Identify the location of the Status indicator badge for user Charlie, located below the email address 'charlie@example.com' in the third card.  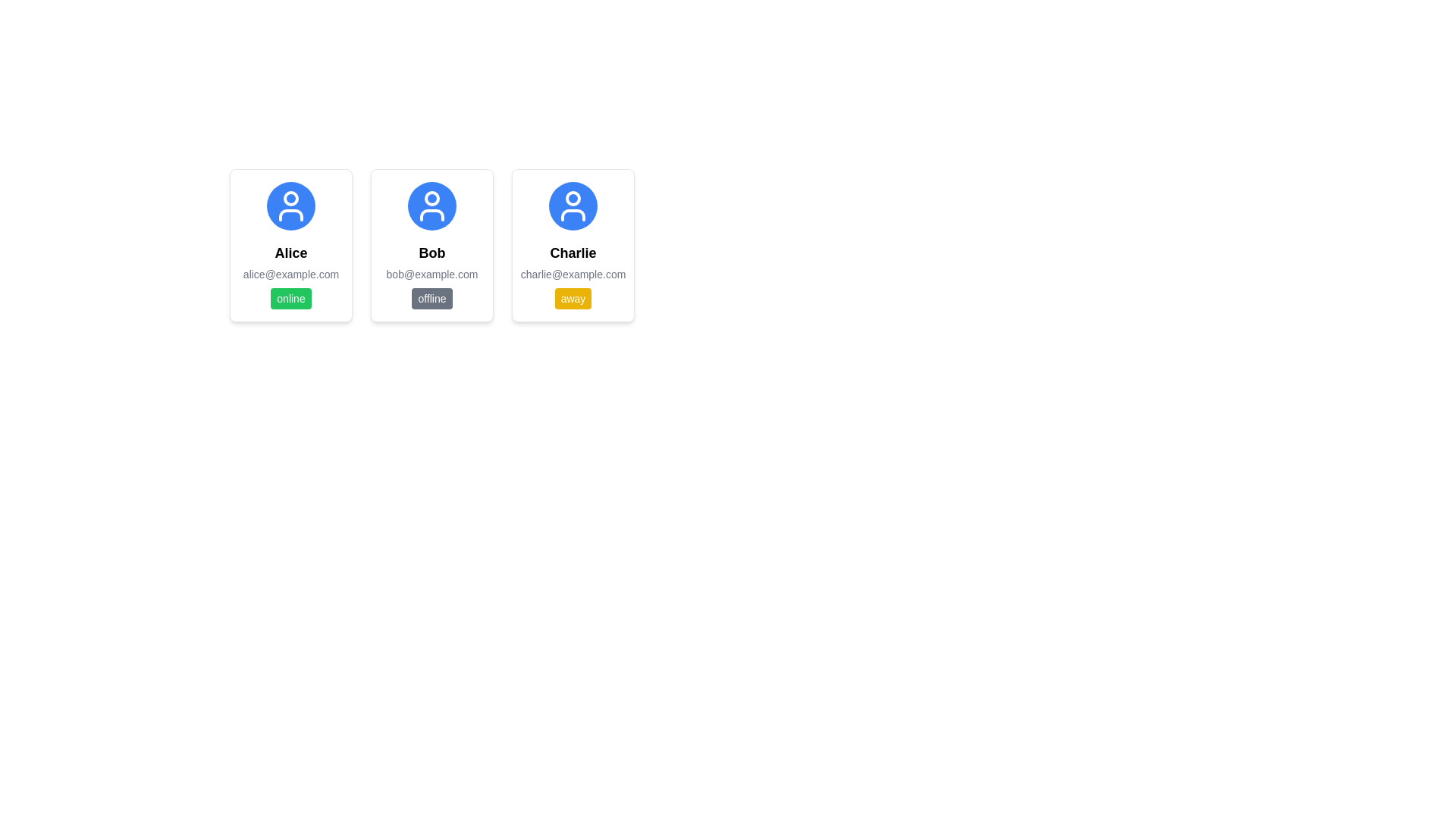
(572, 298).